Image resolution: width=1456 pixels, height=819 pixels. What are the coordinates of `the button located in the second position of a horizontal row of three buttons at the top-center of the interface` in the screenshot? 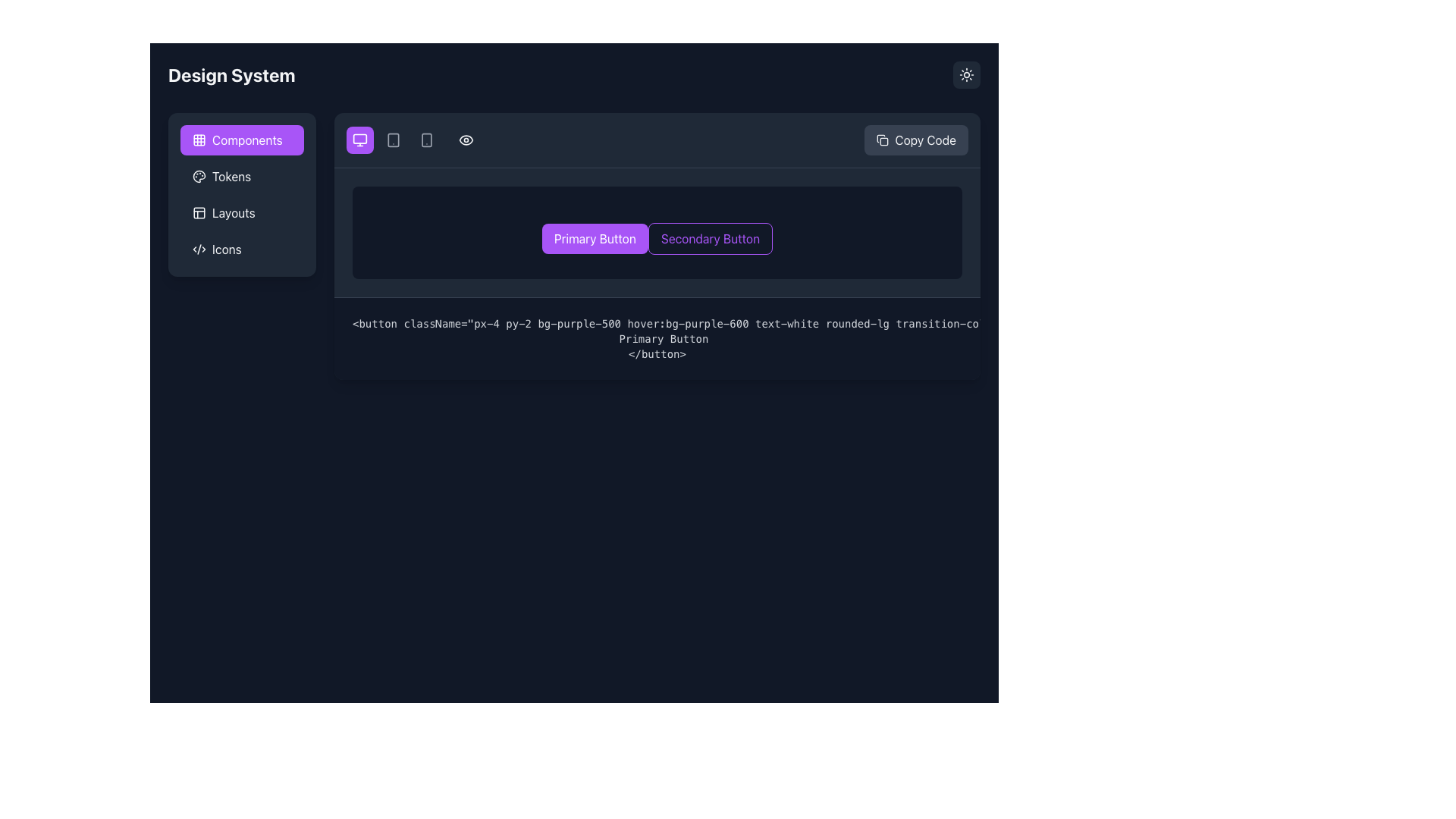 It's located at (393, 140).